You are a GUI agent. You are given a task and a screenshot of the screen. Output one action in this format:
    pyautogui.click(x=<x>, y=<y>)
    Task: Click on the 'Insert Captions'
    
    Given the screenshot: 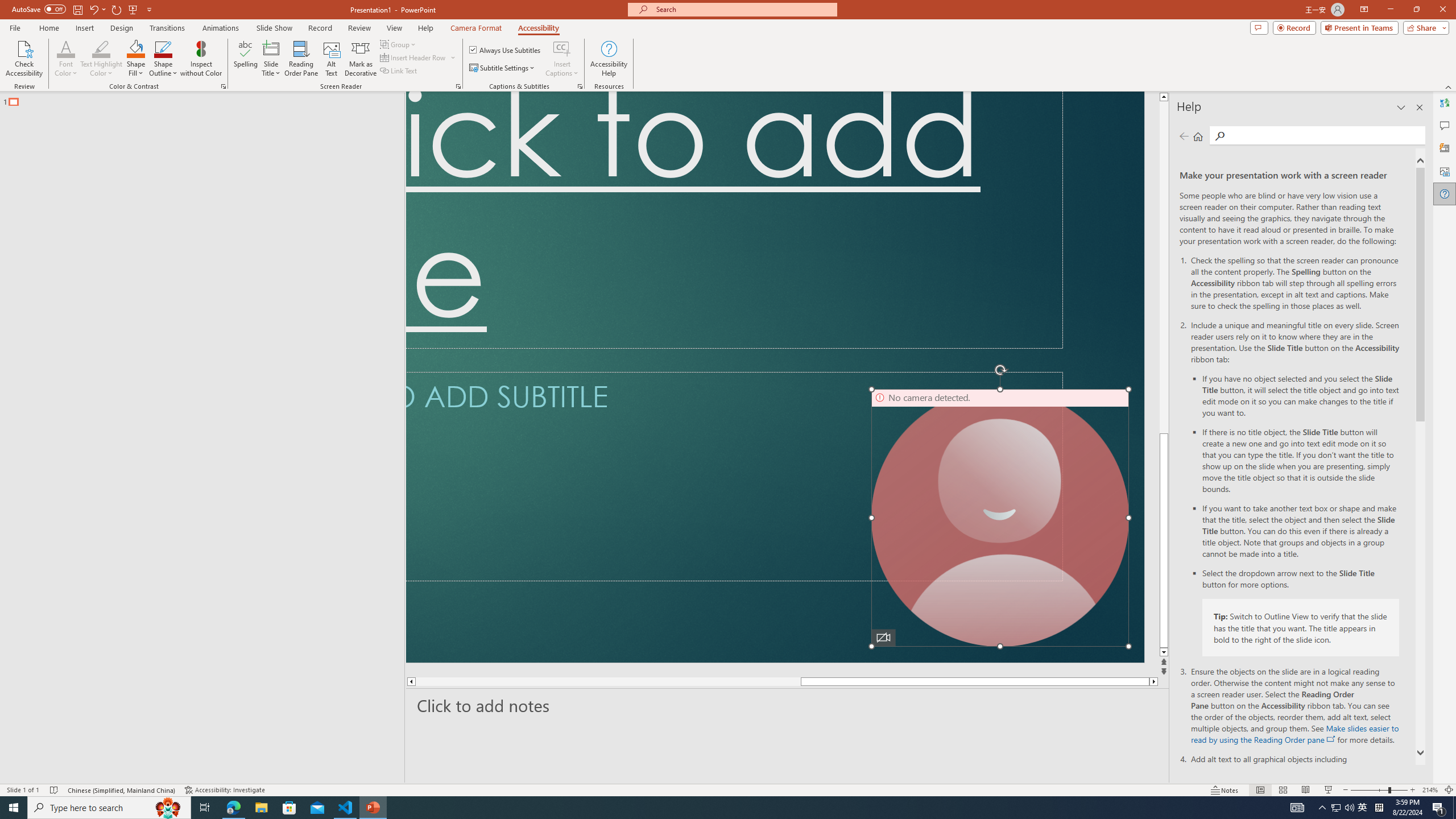 What is the action you would take?
    pyautogui.click(x=561, y=48)
    